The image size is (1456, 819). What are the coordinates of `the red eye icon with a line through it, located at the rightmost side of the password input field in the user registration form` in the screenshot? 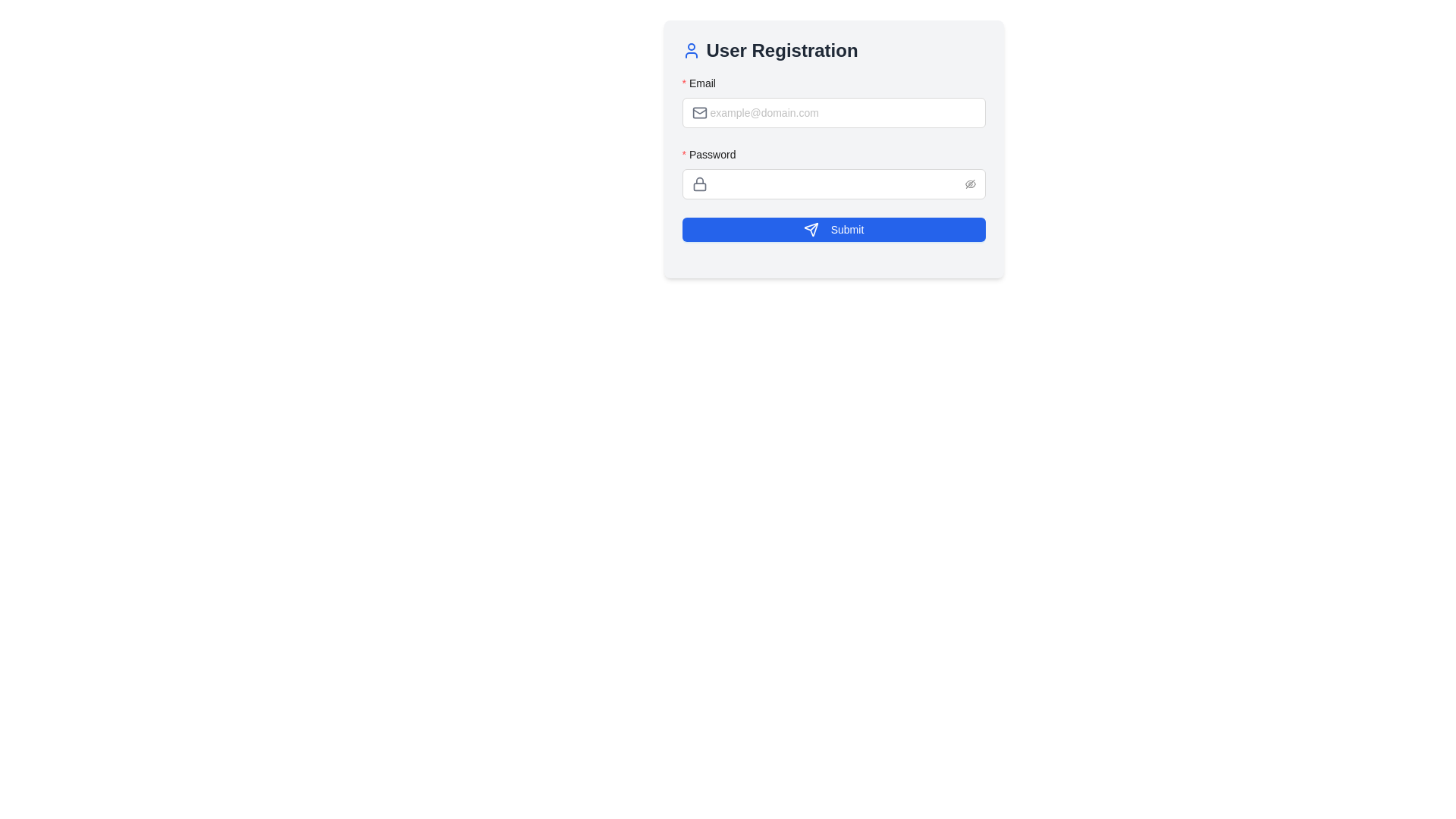 It's located at (969, 183).